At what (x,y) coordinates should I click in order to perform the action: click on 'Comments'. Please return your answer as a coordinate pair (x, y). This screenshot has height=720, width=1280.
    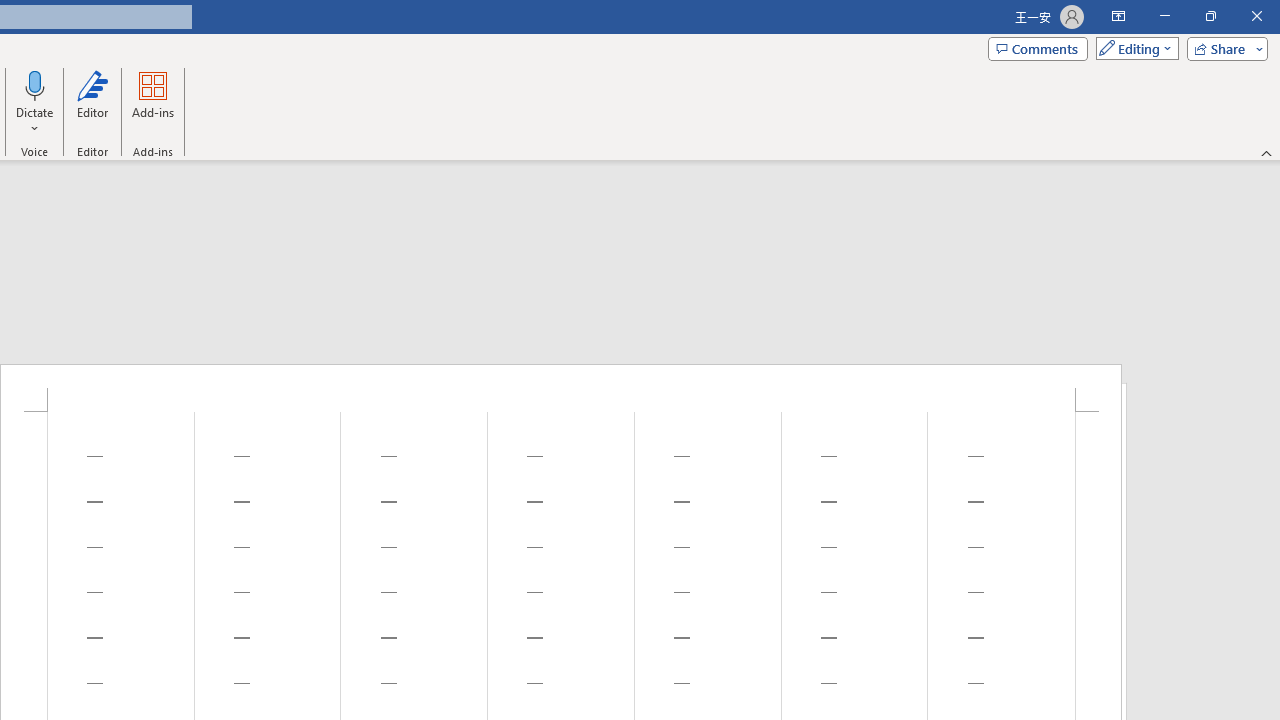
    Looking at the image, I should click on (1038, 47).